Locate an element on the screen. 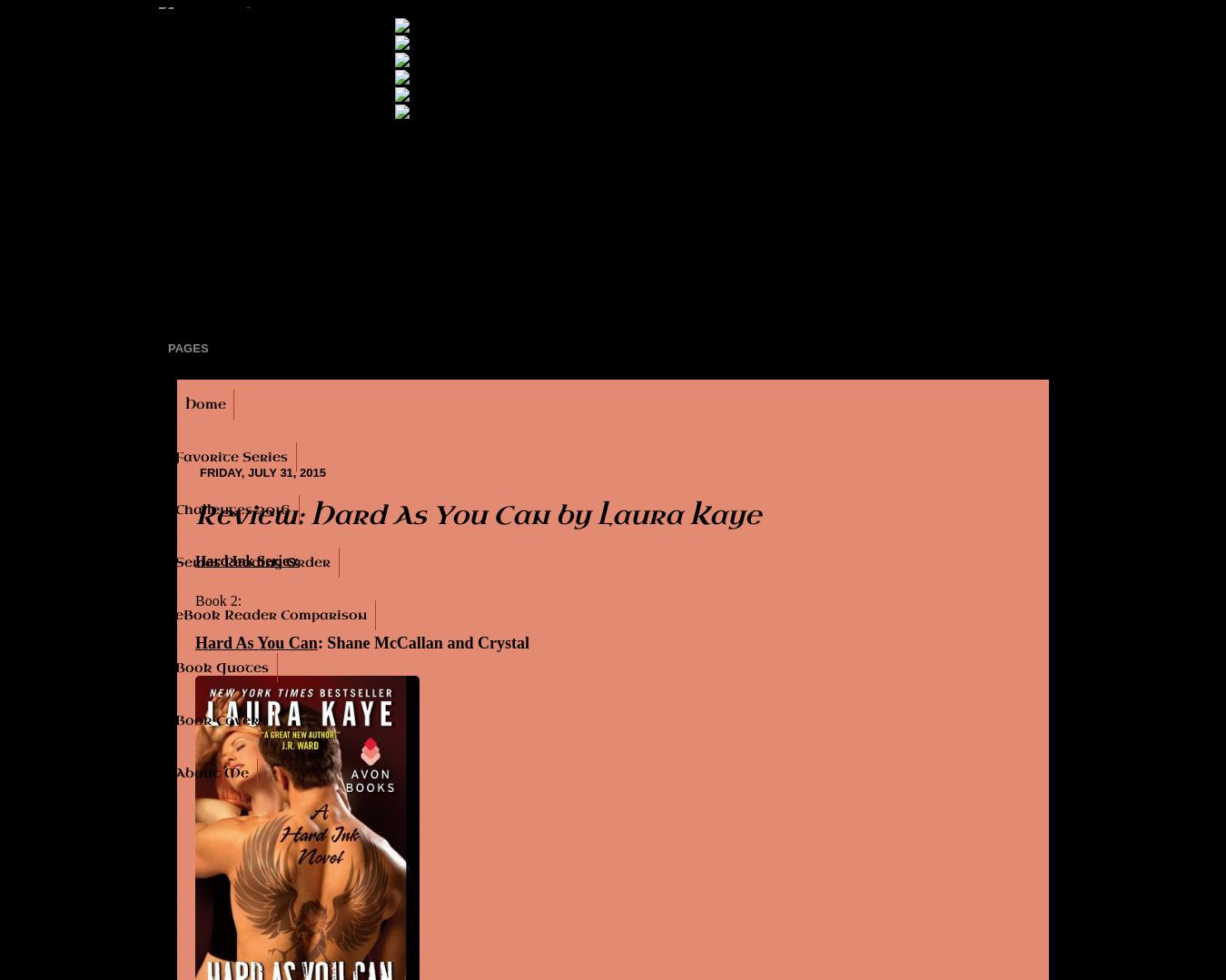 This screenshot has width=1226, height=980. 'Review: Hard As You Can by Laura Kaye' is located at coordinates (477, 514).